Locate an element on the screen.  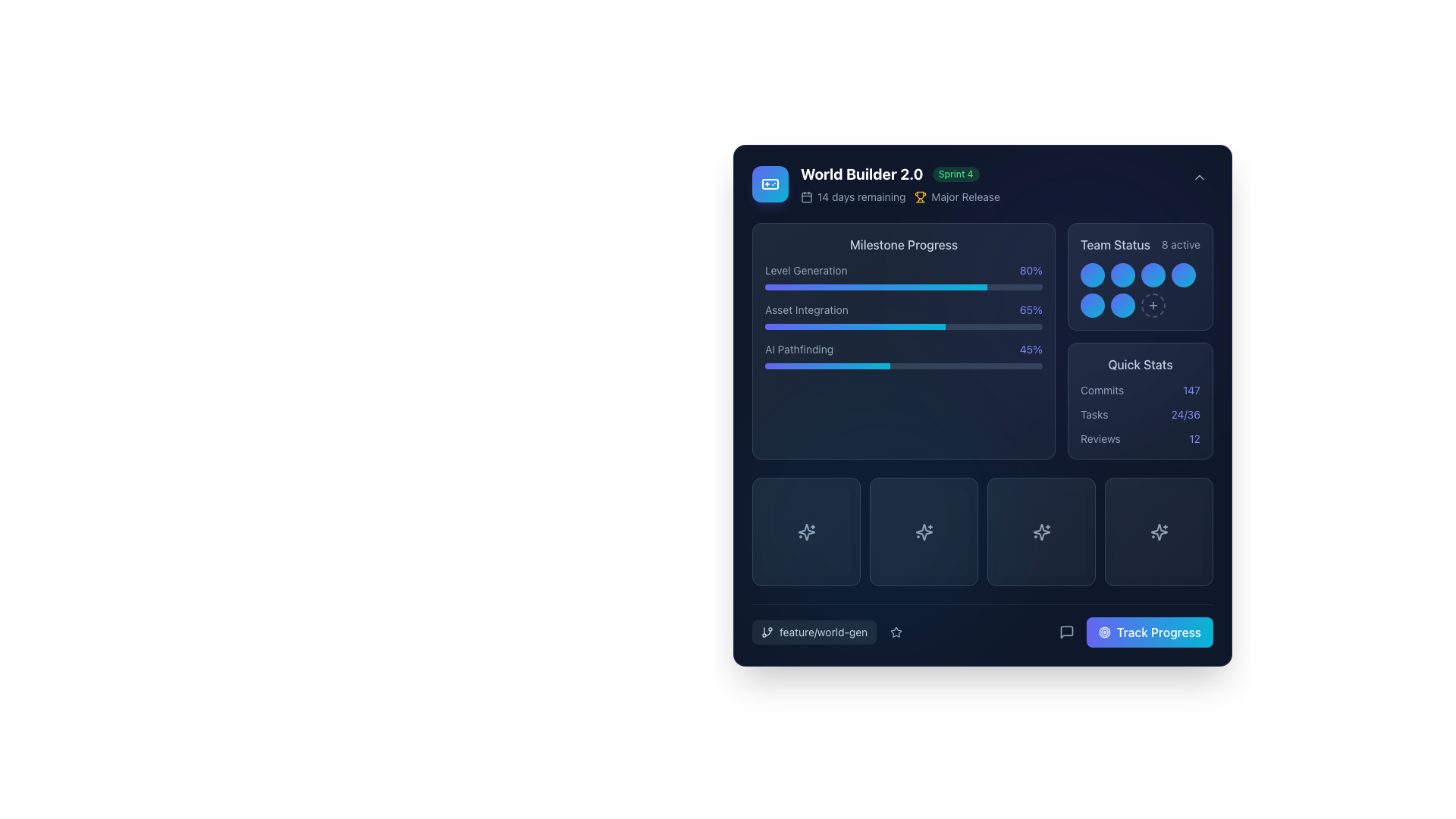
the speech bubble icon located at the bottom-right corner of the interface, slightly to the left of the 'Track Progress' button is located at coordinates (1065, 632).